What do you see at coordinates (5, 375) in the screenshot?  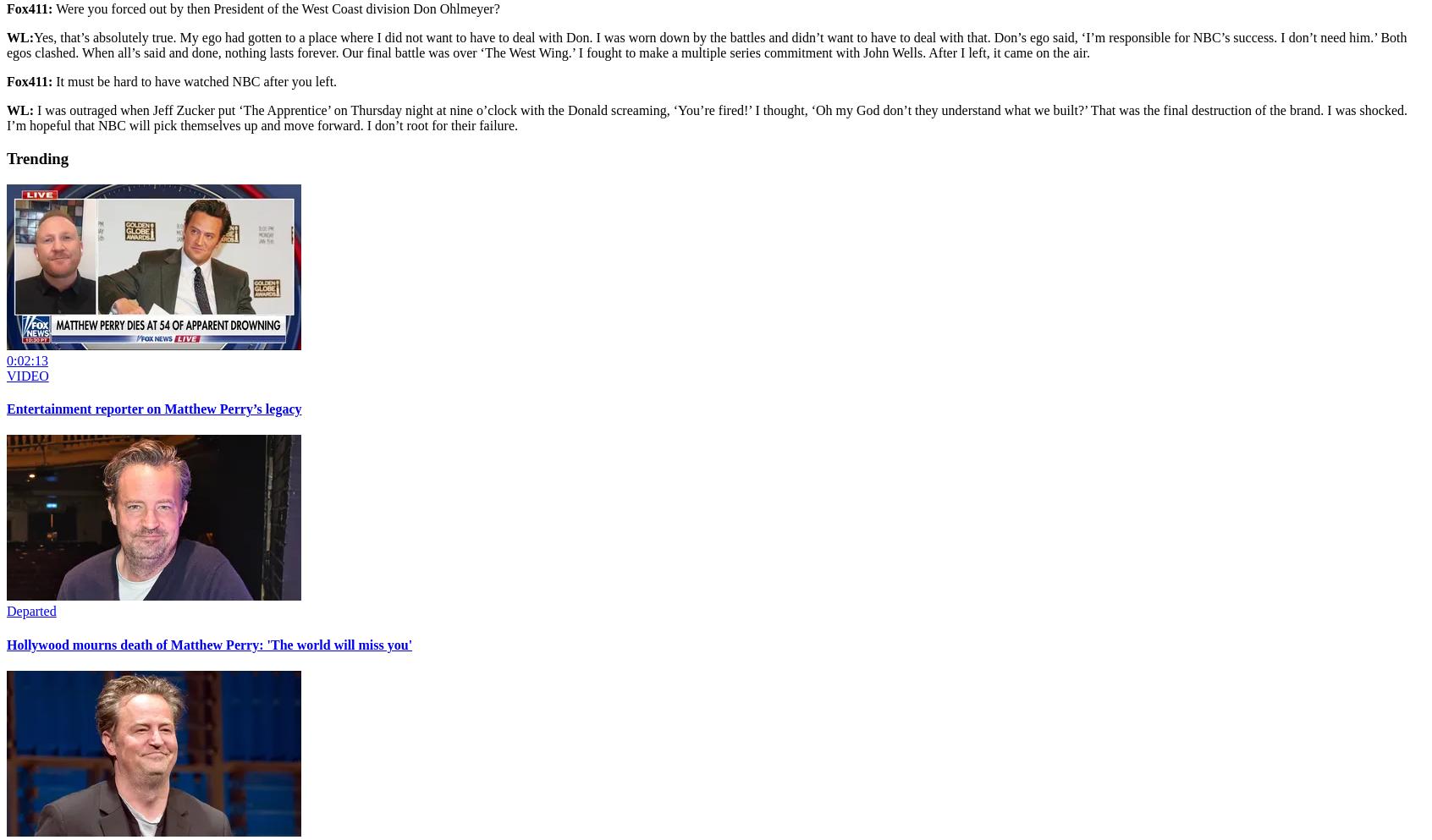 I see `'VIDEO'` at bounding box center [5, 375].